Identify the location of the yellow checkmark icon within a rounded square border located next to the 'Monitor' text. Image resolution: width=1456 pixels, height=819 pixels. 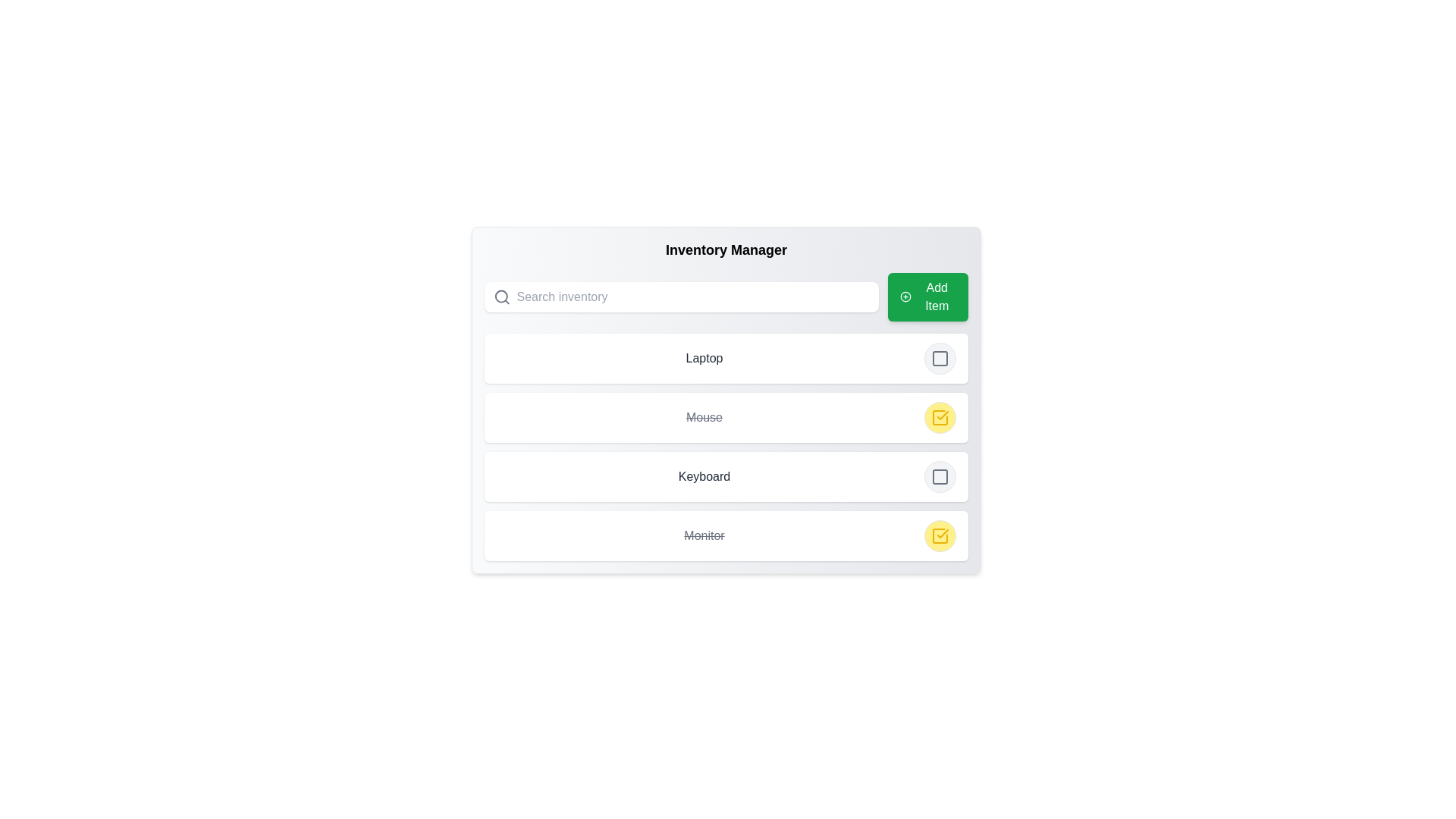
(939, 418).